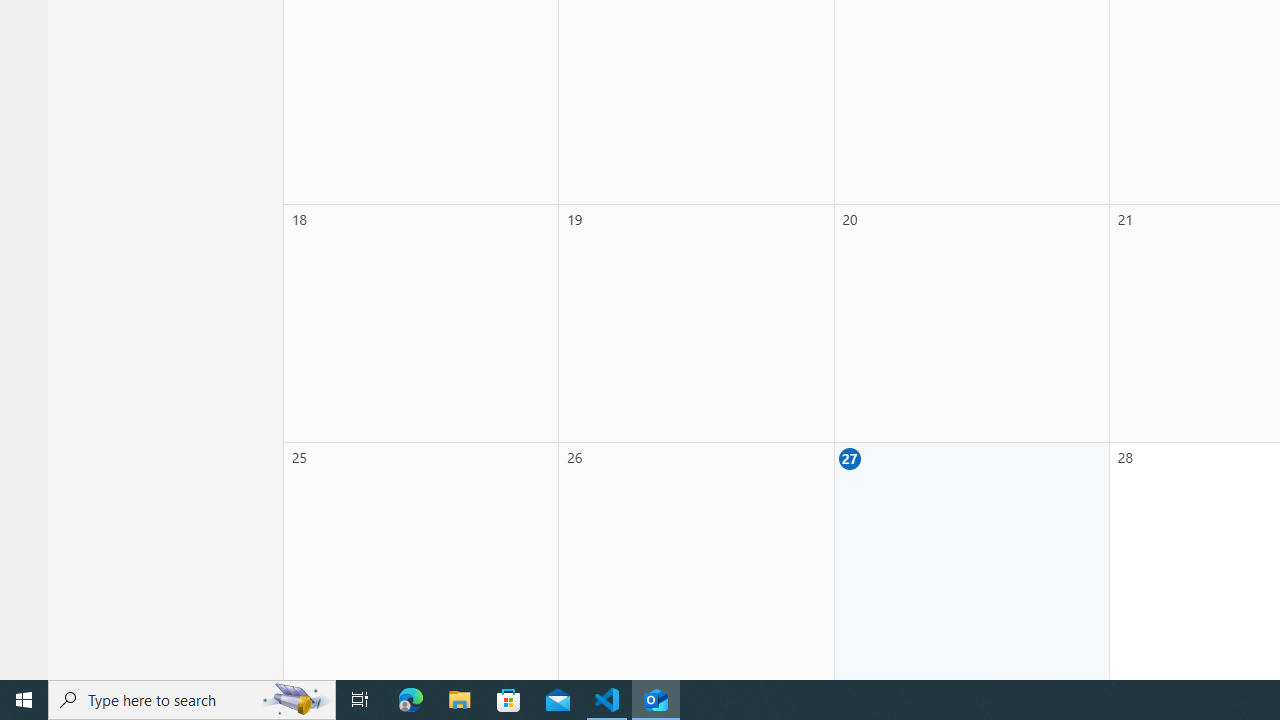 Image resolution: width=1280 pixels, height=720 pixels. Describe the element at coordinates (509, 698) in the screenshot. I see `'Microsoft Store'` at that location.